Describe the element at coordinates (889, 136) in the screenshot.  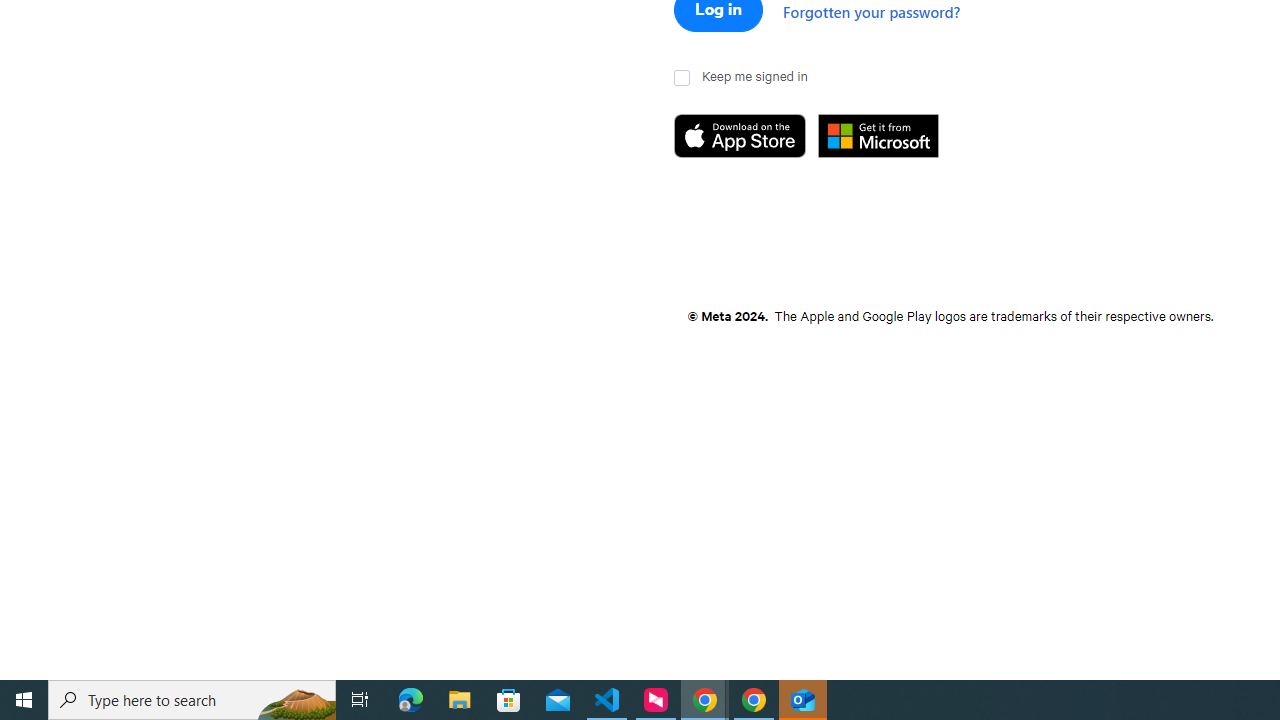
I see `'Get it from Microsoft'` at that location.